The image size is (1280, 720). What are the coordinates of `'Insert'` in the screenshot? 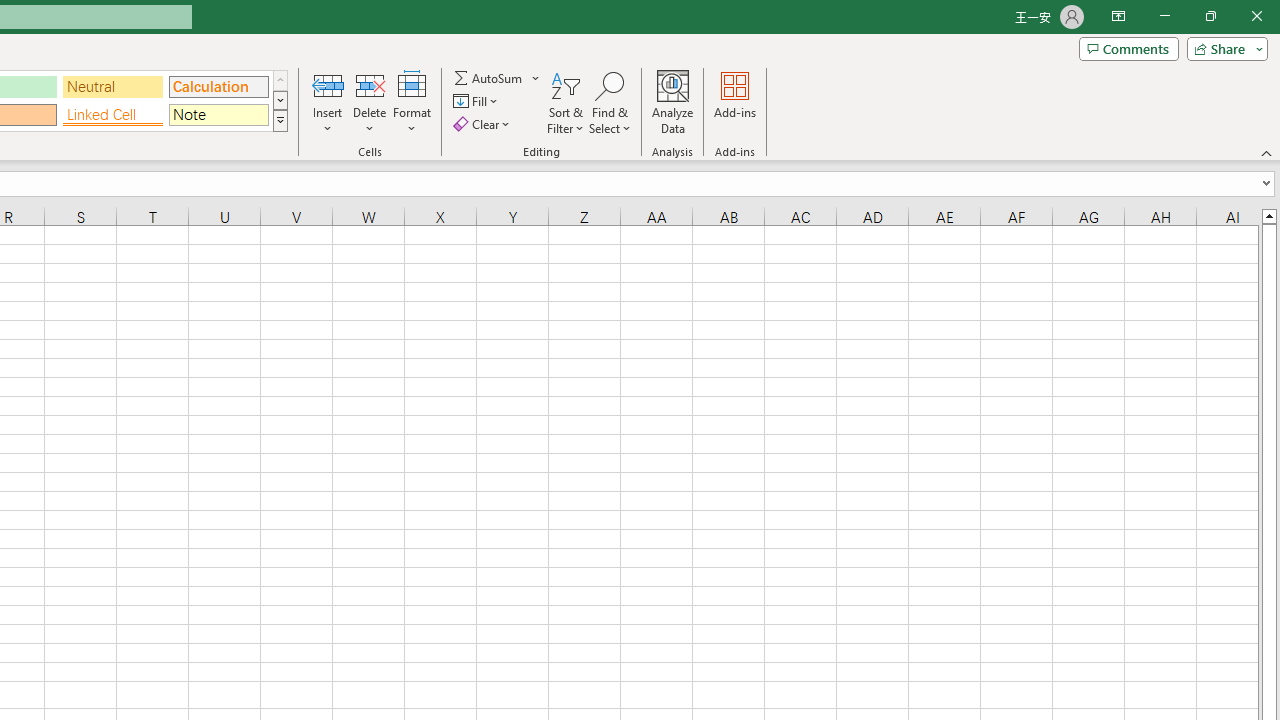 It's located at (328, 103).